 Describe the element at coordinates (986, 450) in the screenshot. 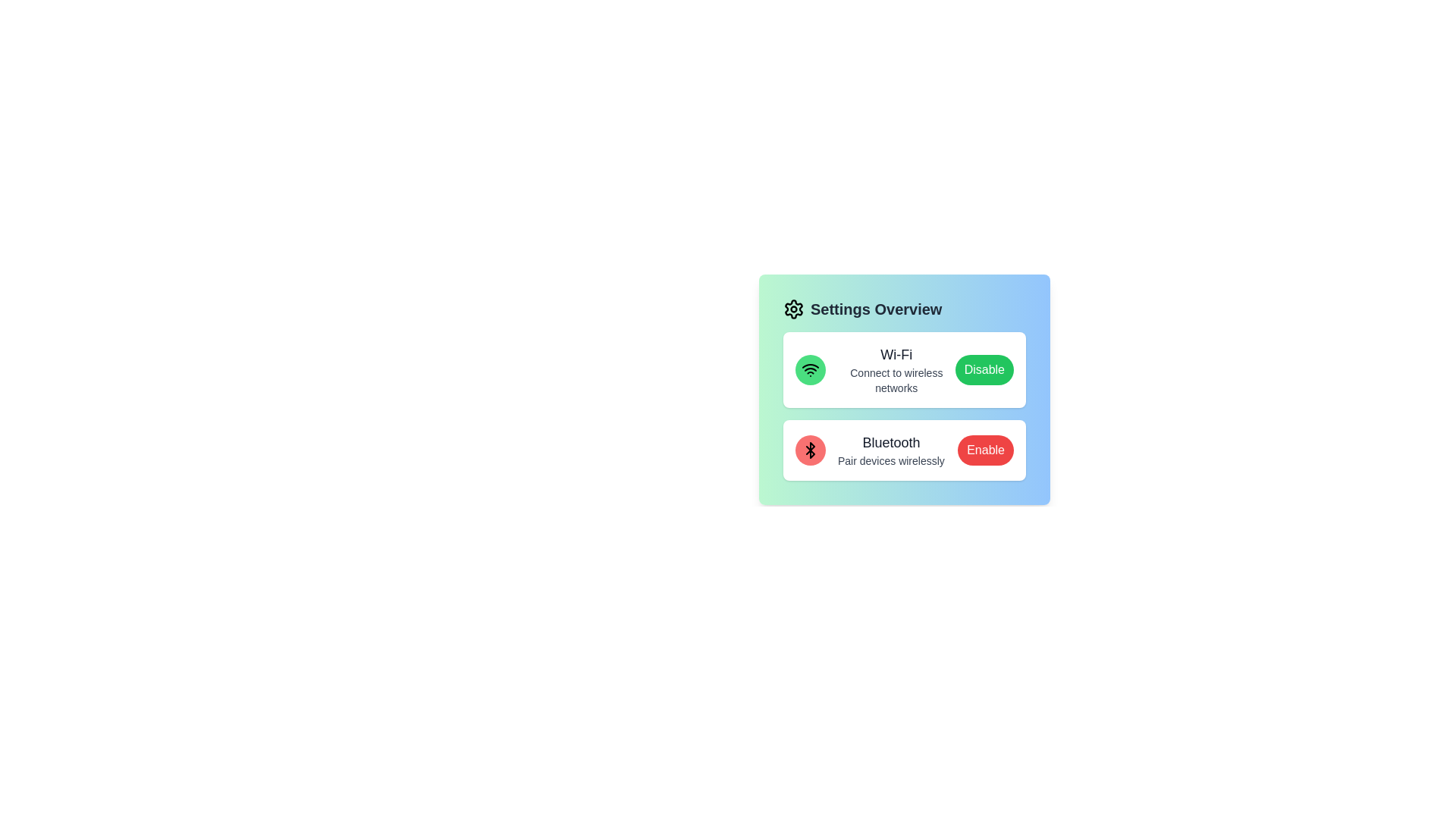

I see `the 'Enable' button to toggle the Bluetooth state` at that location.